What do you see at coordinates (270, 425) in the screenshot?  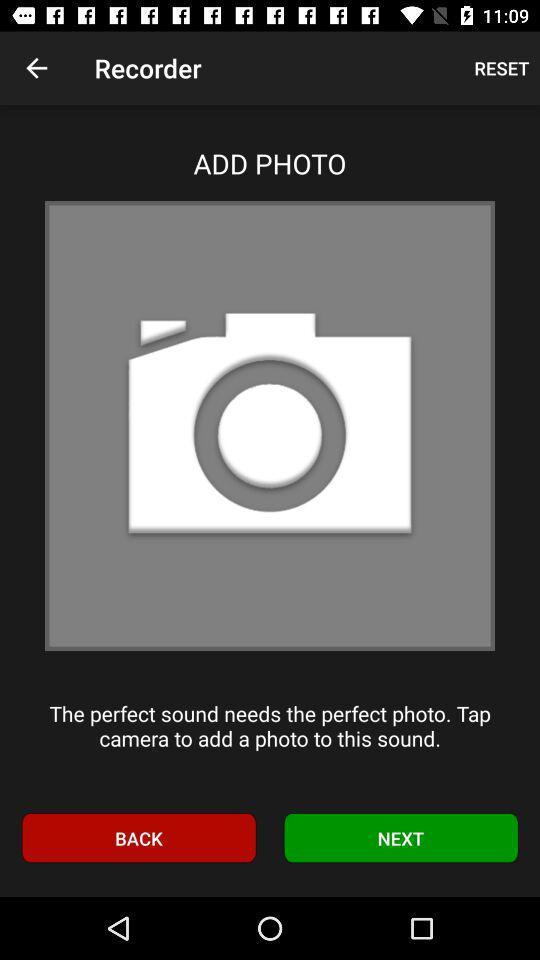 I see `a photograph to the area` at bounding box center [270, 425].